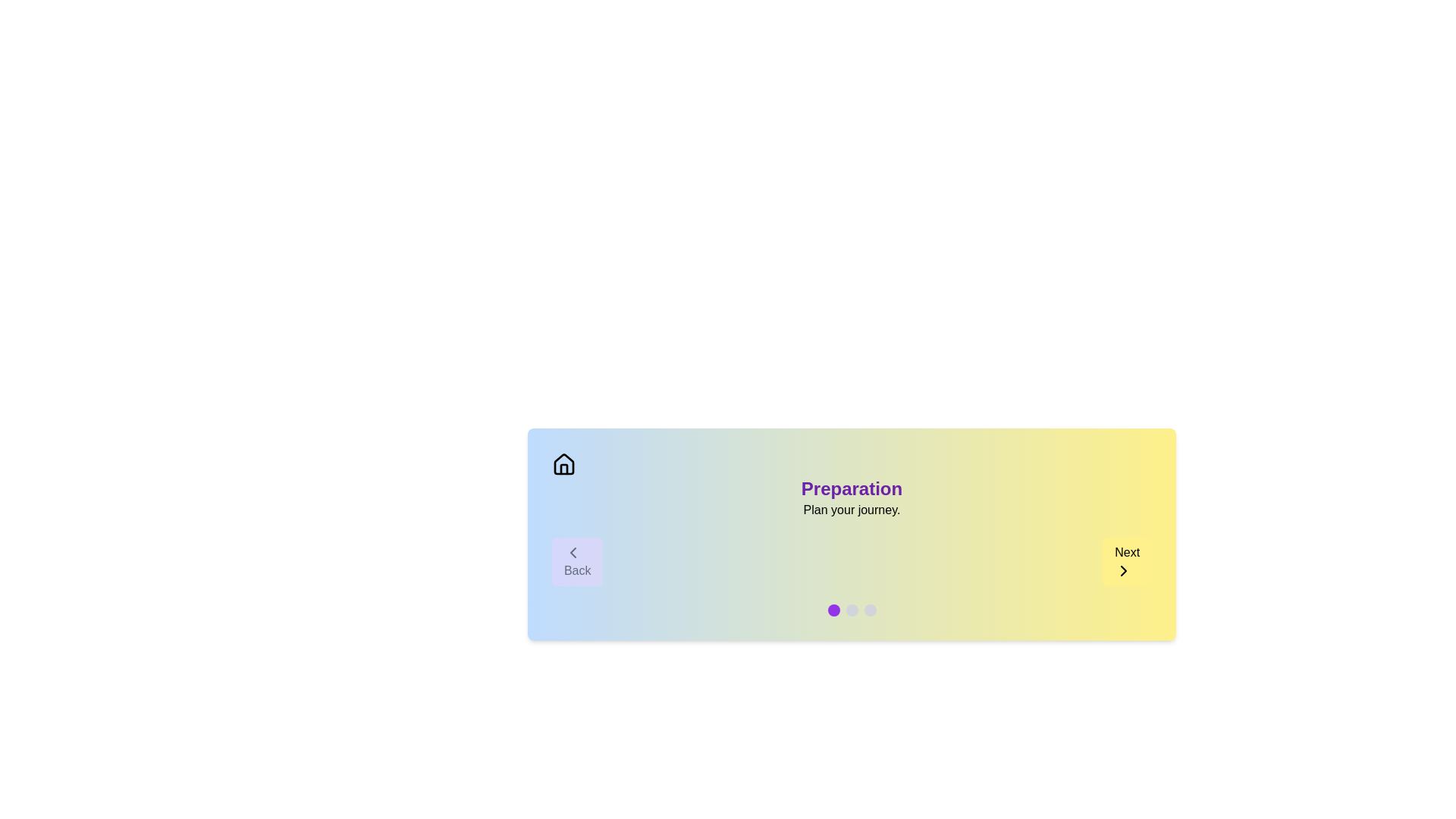  I want to click on the 'Back' button to navigate to the previous step, so click(576, 561).